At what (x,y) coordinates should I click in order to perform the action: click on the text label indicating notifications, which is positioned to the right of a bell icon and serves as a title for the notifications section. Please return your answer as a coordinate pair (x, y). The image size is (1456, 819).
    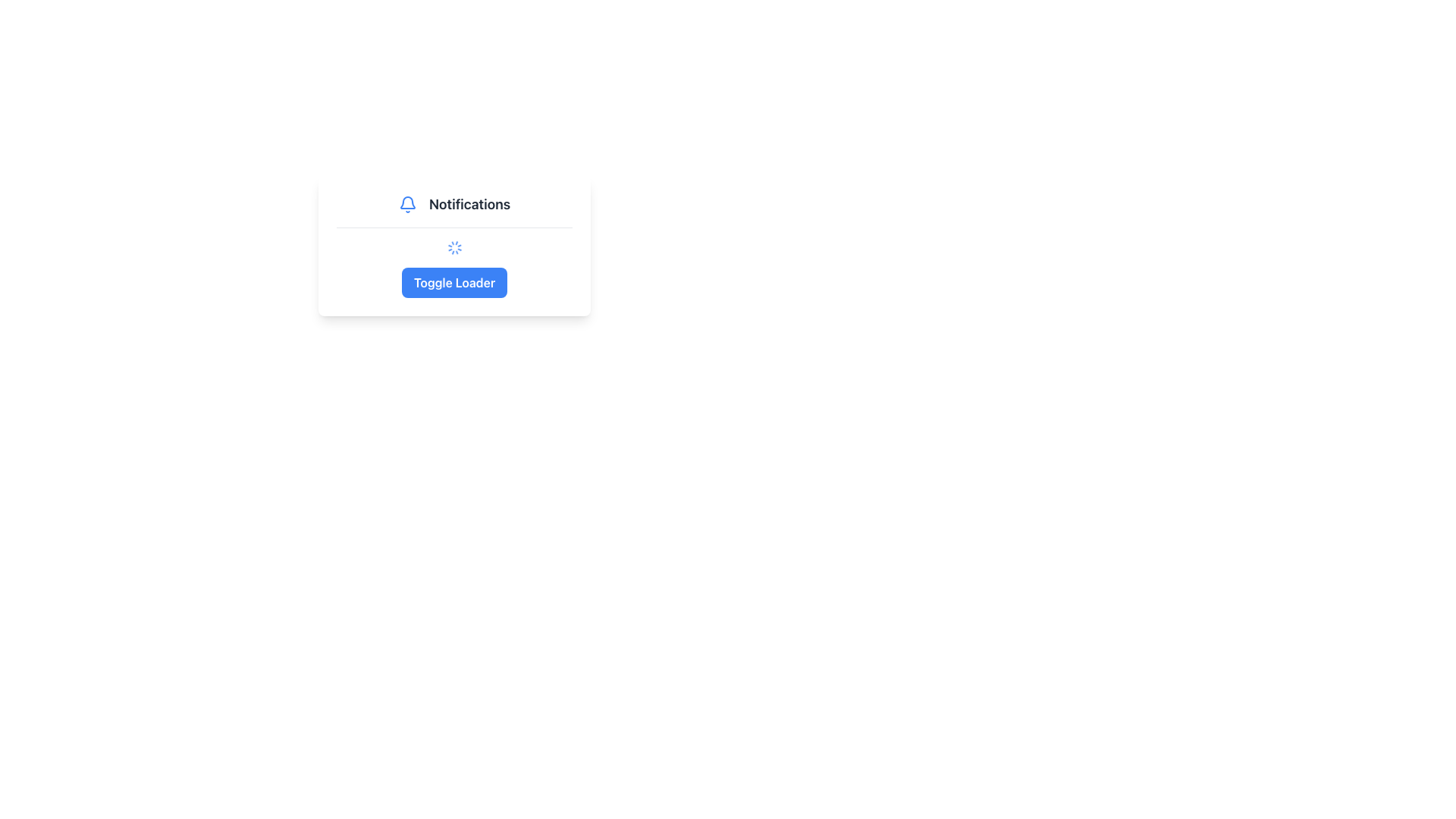
    Looking at the image, I should click on (469, 205).